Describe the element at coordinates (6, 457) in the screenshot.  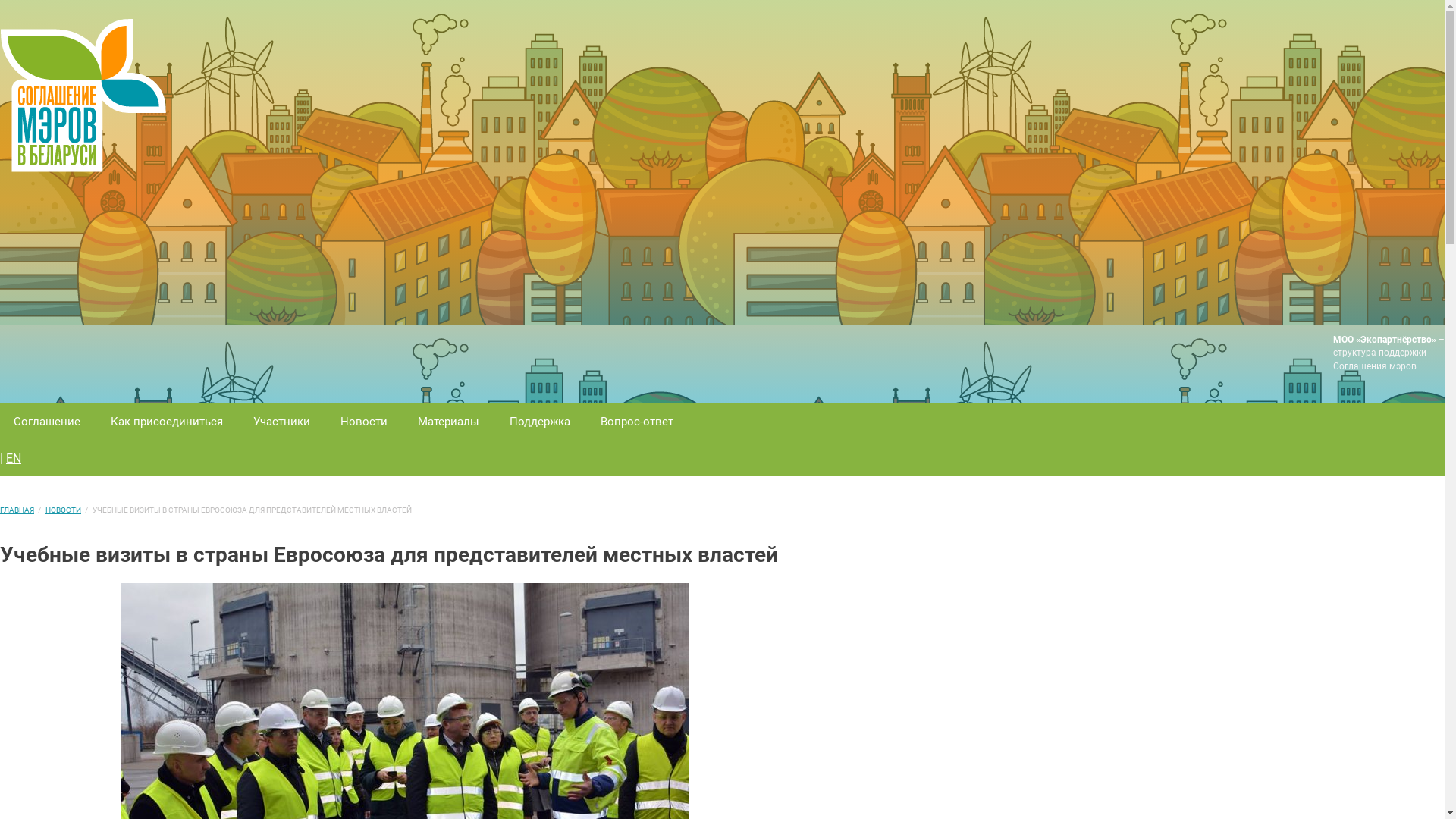
I see `'EN'` at that location.